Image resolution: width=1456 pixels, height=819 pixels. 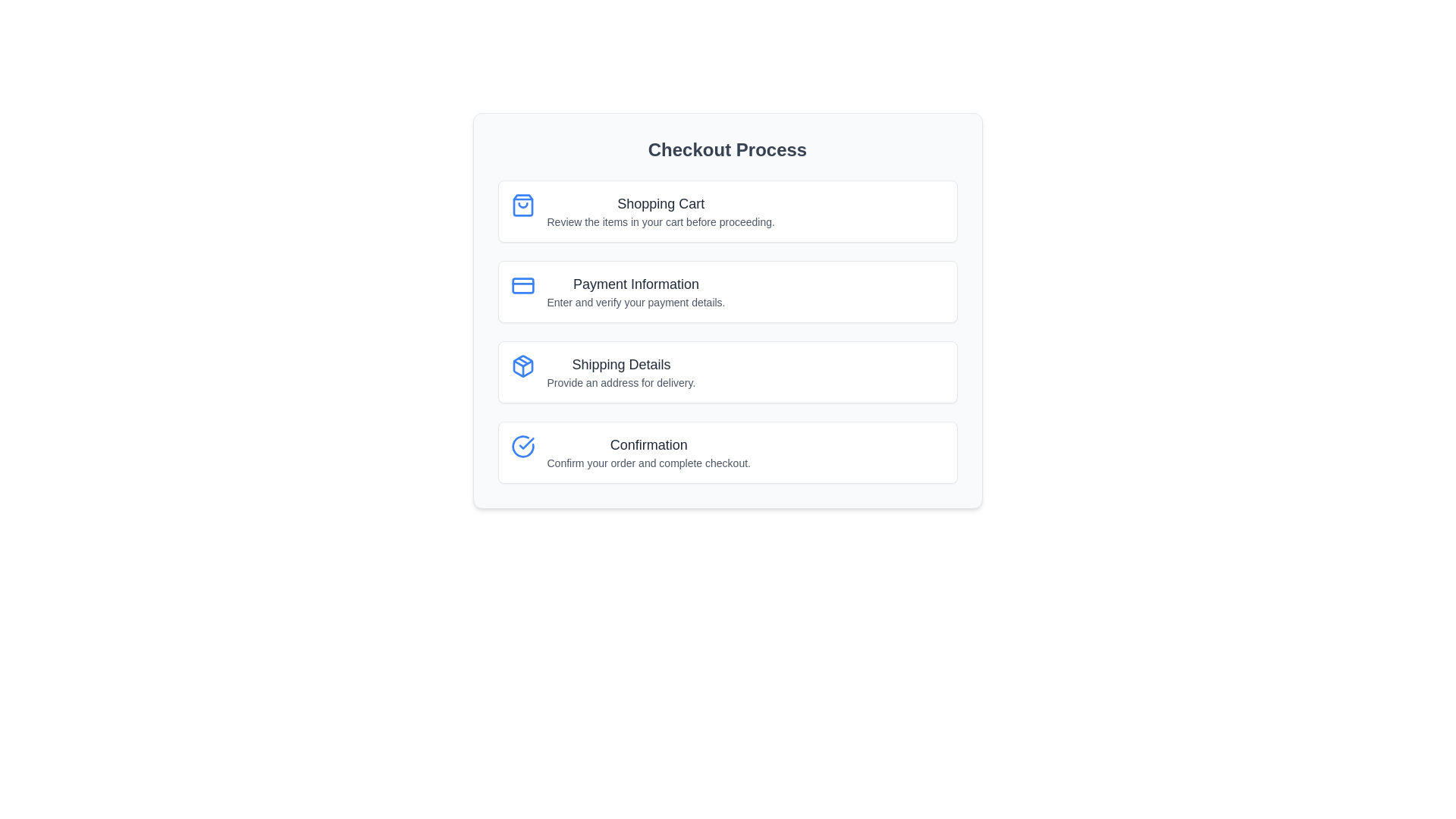 I want to click on the detailed view of the introductory card for the shopping cart section in the checkout process, so click(x=726, y=211).